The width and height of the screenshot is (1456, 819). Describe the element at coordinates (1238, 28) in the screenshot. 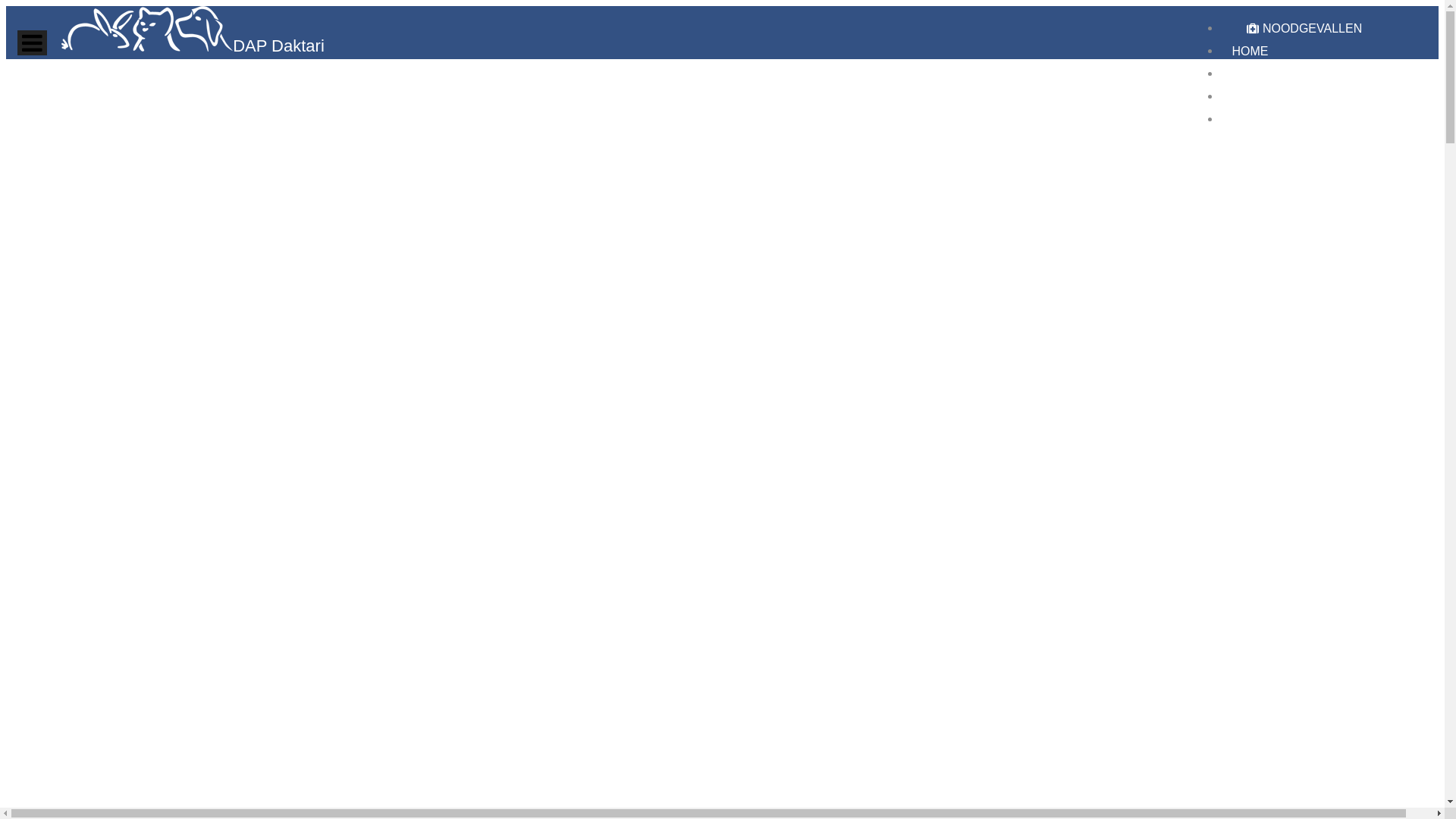

I see `'NOODGEVALLEN'` at that location.